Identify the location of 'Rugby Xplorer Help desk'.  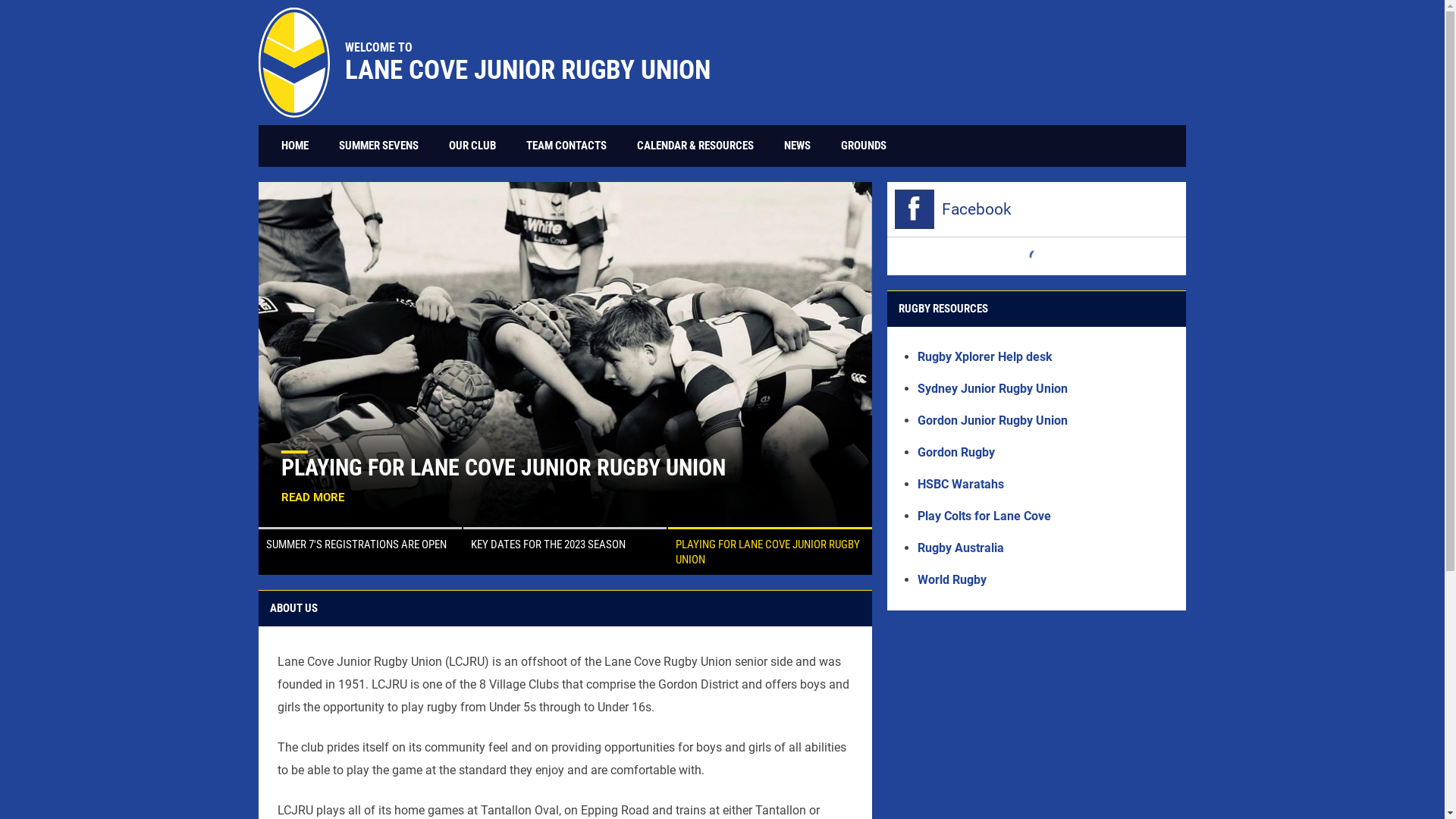
(985, 356).